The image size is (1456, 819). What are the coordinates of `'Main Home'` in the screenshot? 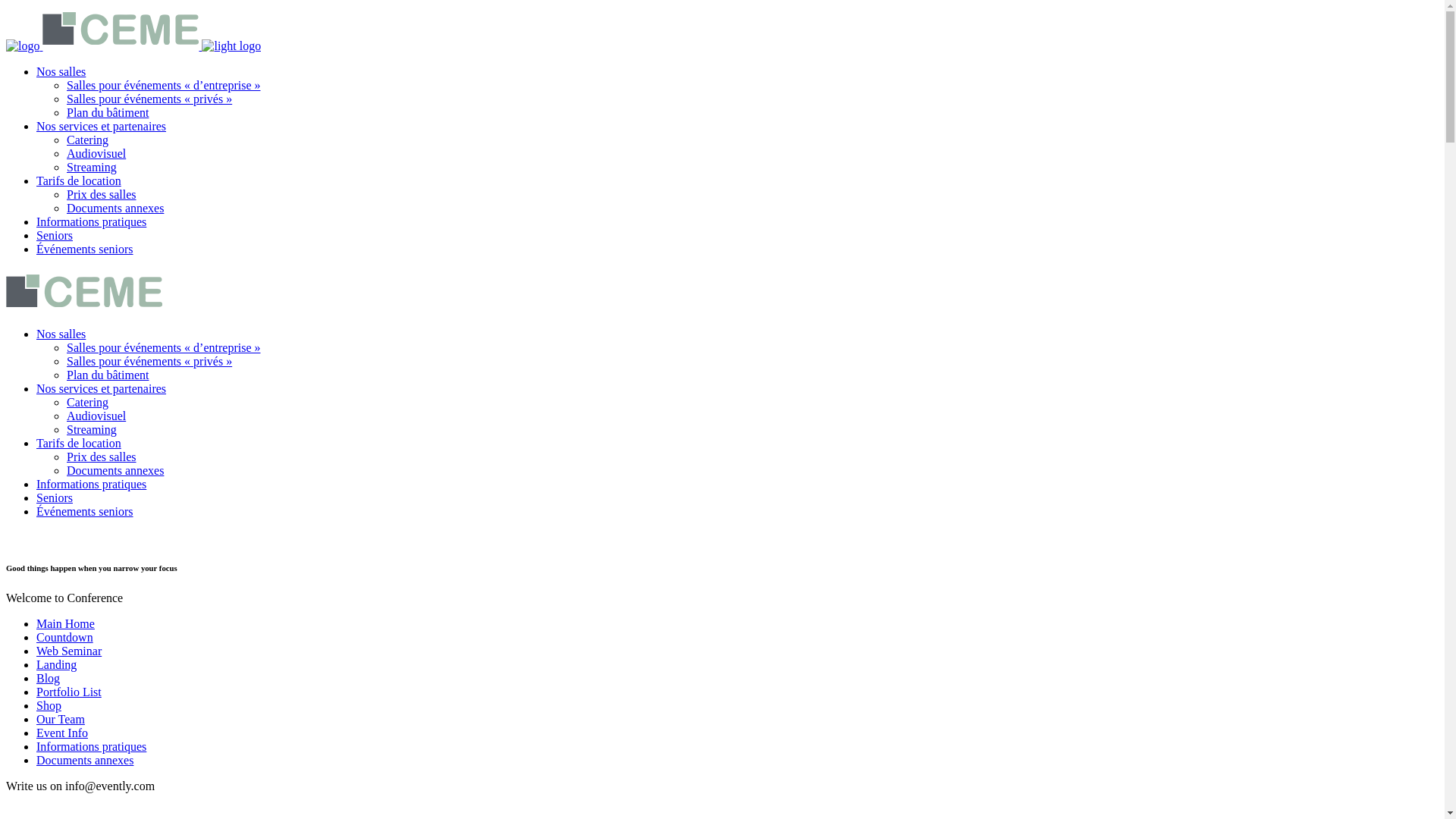 It's located at (64, 623).